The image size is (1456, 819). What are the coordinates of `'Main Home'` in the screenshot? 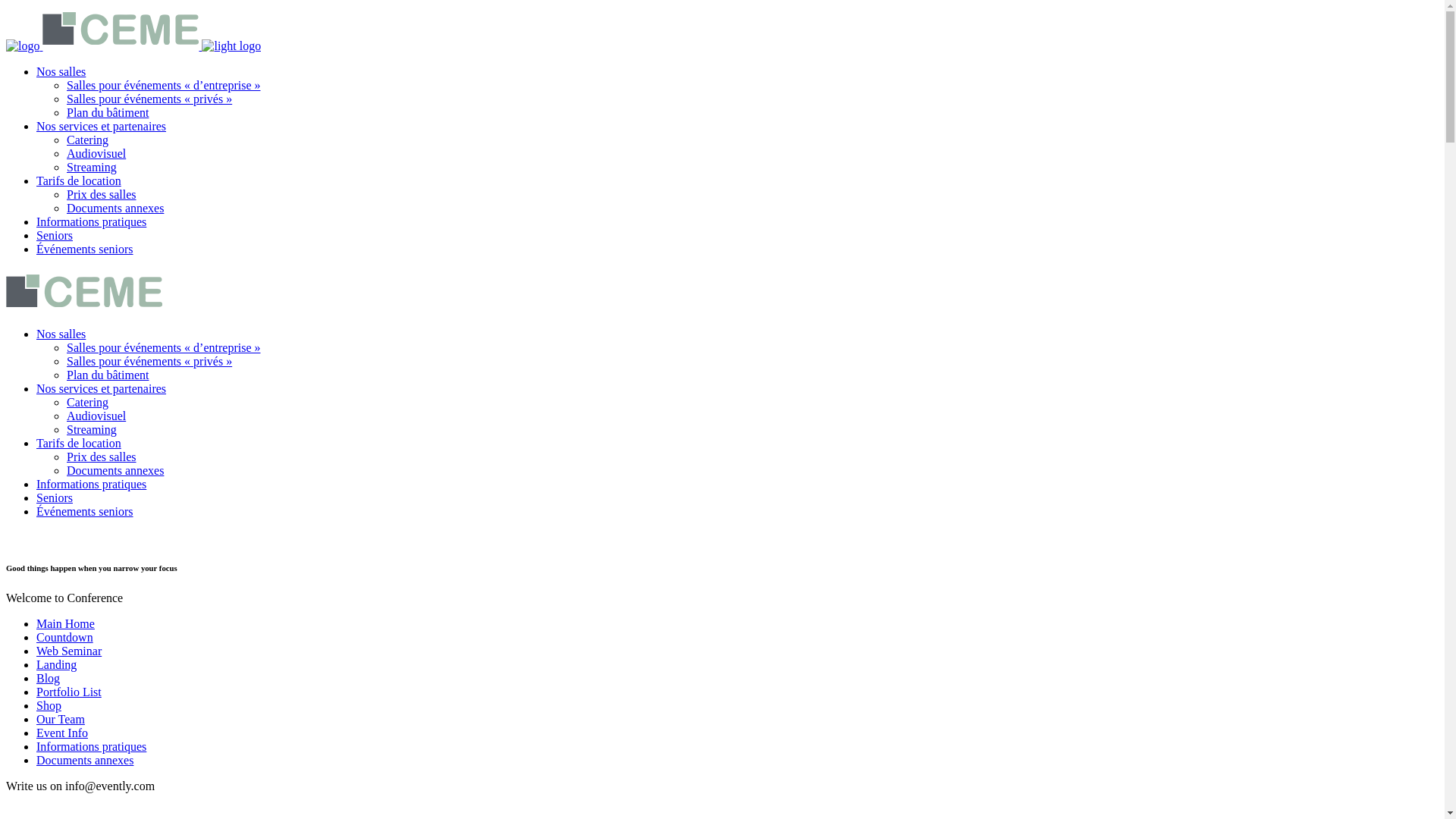 It's located at (64, 623).